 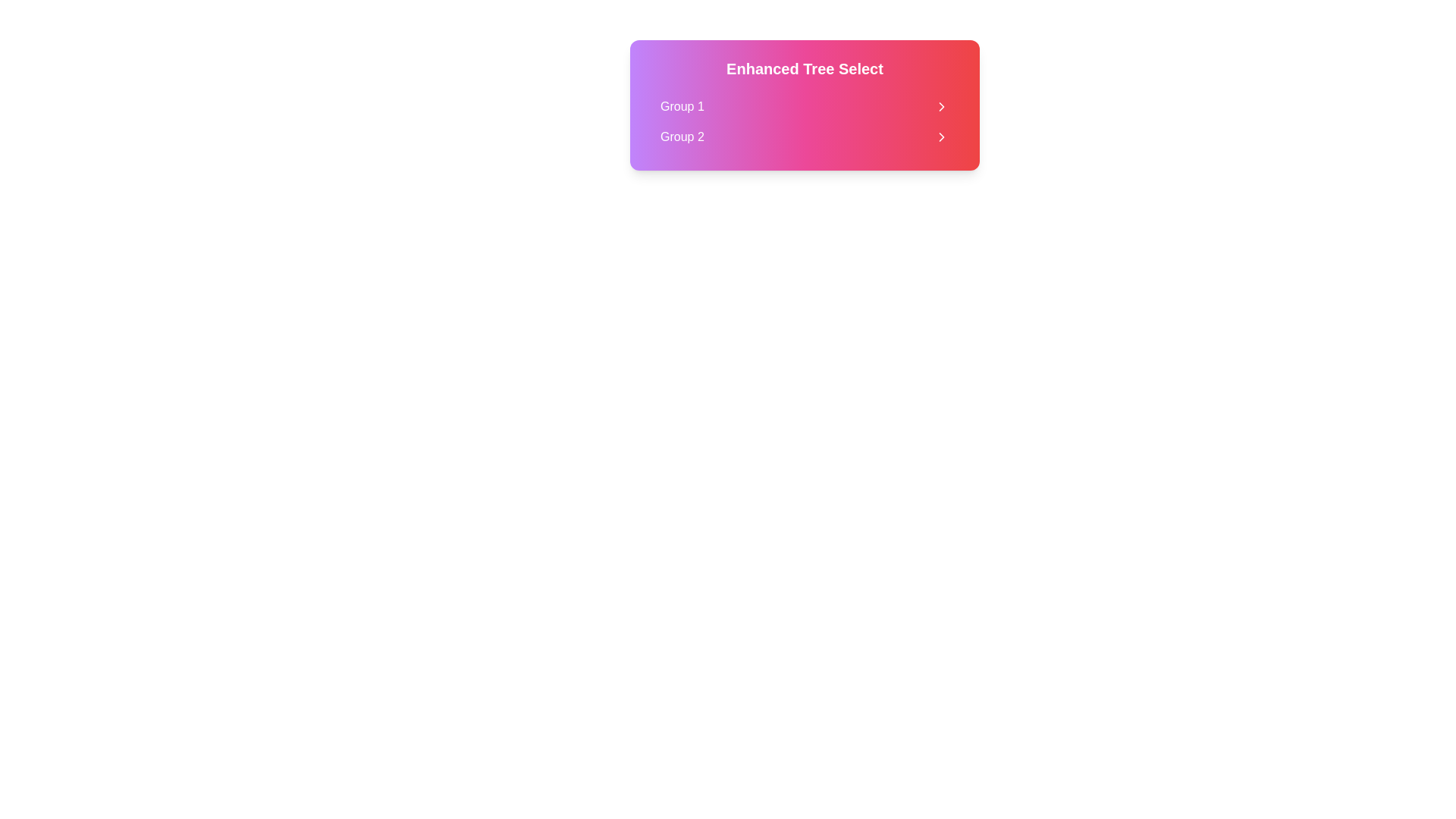 I want to click on the first text label in the 'Enhanced Tree Select' list, which is positioned above 'Group 2' and left of the right-arrow icon, so click(x=681, y=106).